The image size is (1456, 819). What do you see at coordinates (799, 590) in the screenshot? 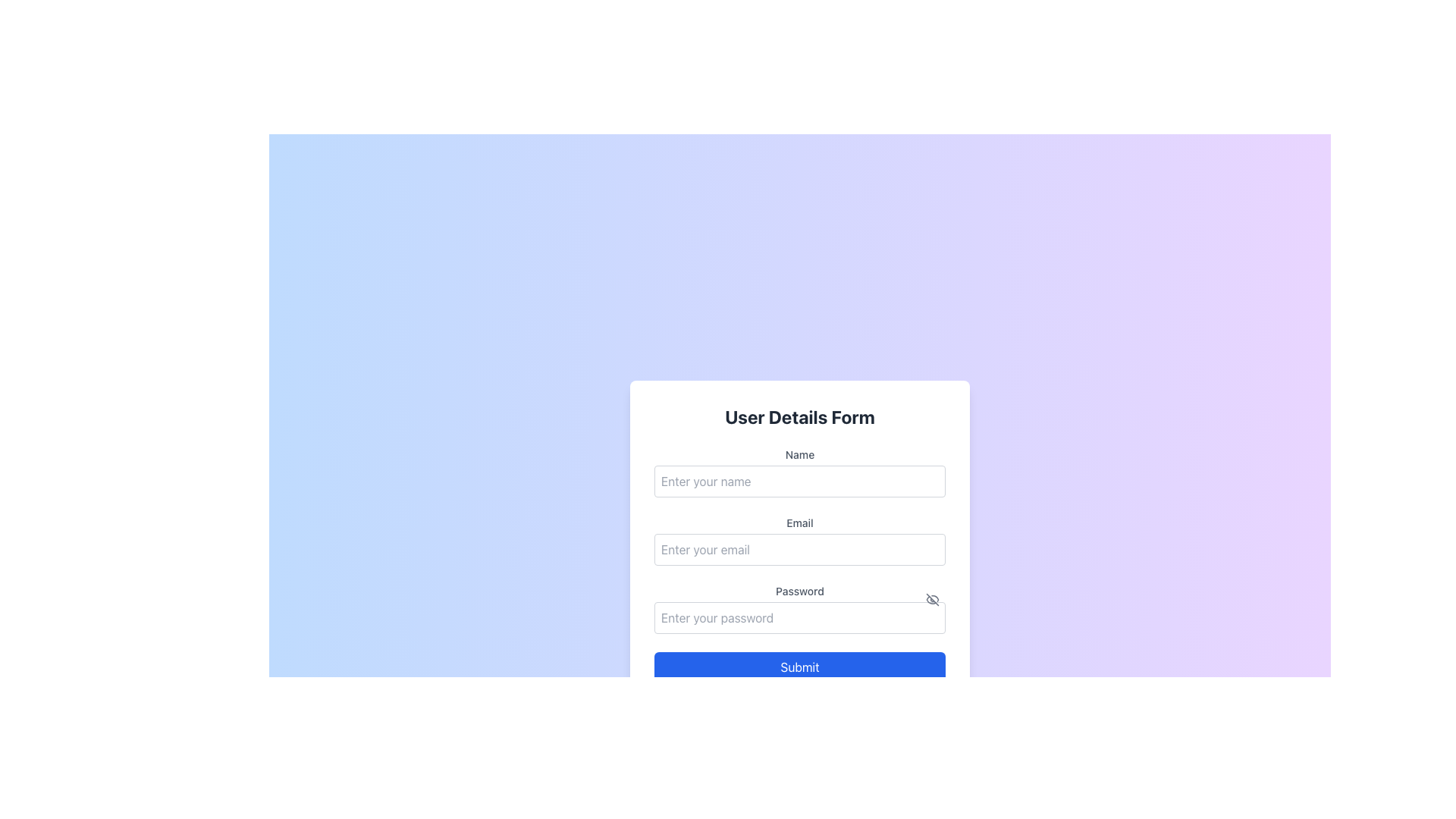
I see `the Text label that describes the password input field, located directly above the 'Enter your password' input field in the form` at bounding box center [799, 590].